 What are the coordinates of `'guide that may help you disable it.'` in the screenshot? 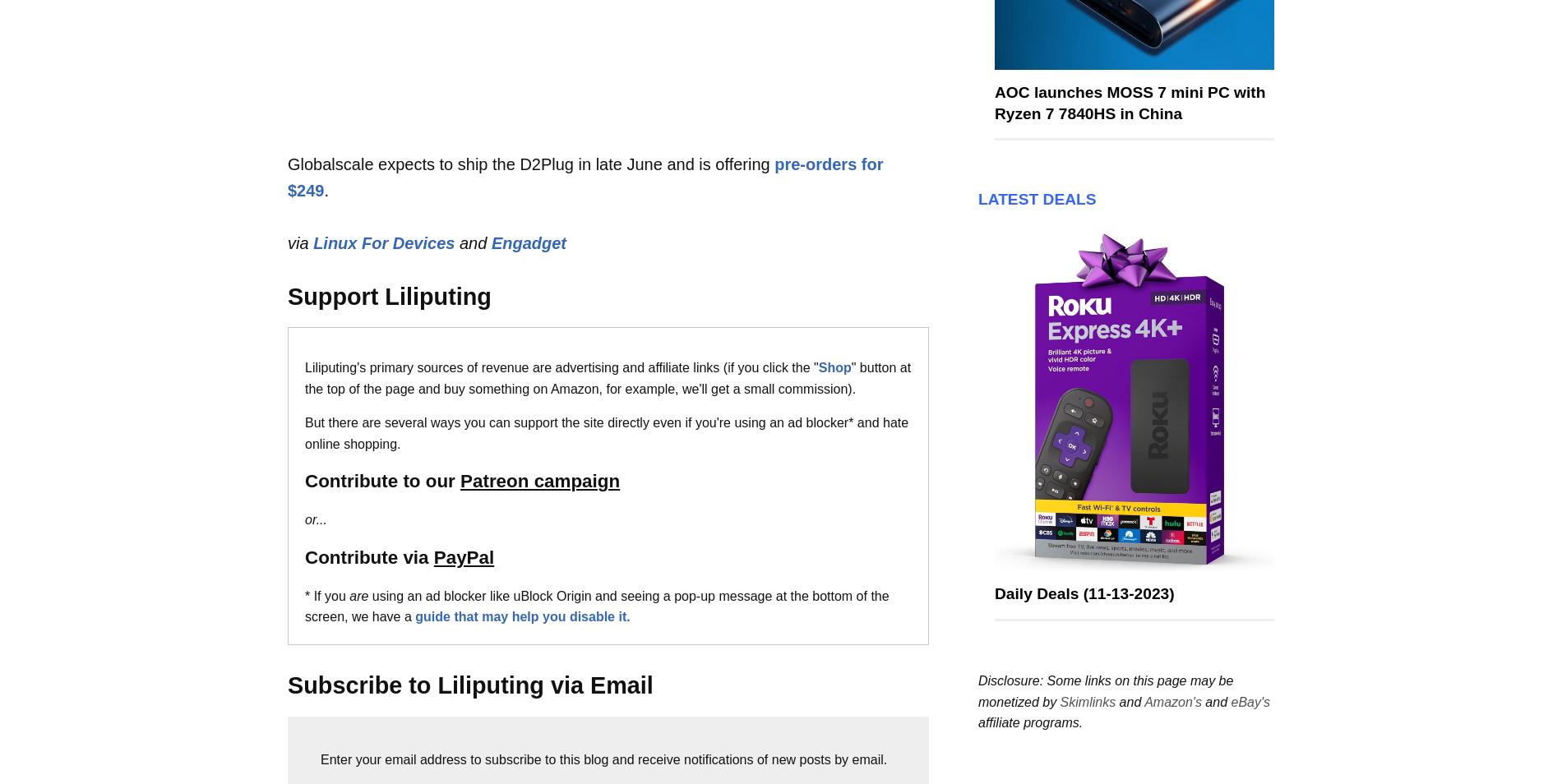 It's located at (522, 616).